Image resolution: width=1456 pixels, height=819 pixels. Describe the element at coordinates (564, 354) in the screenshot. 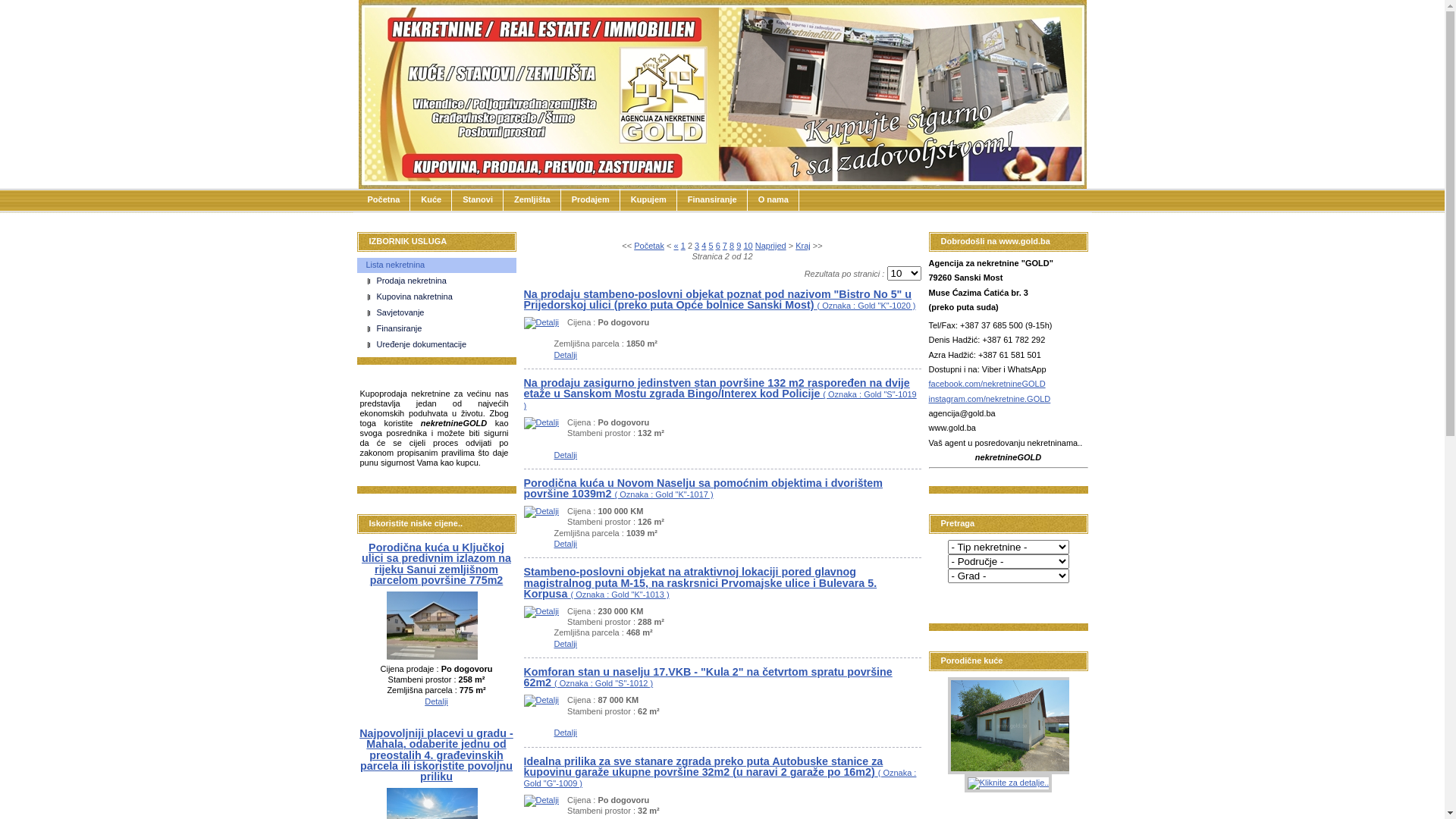

I see `'Detalji'` at that location.